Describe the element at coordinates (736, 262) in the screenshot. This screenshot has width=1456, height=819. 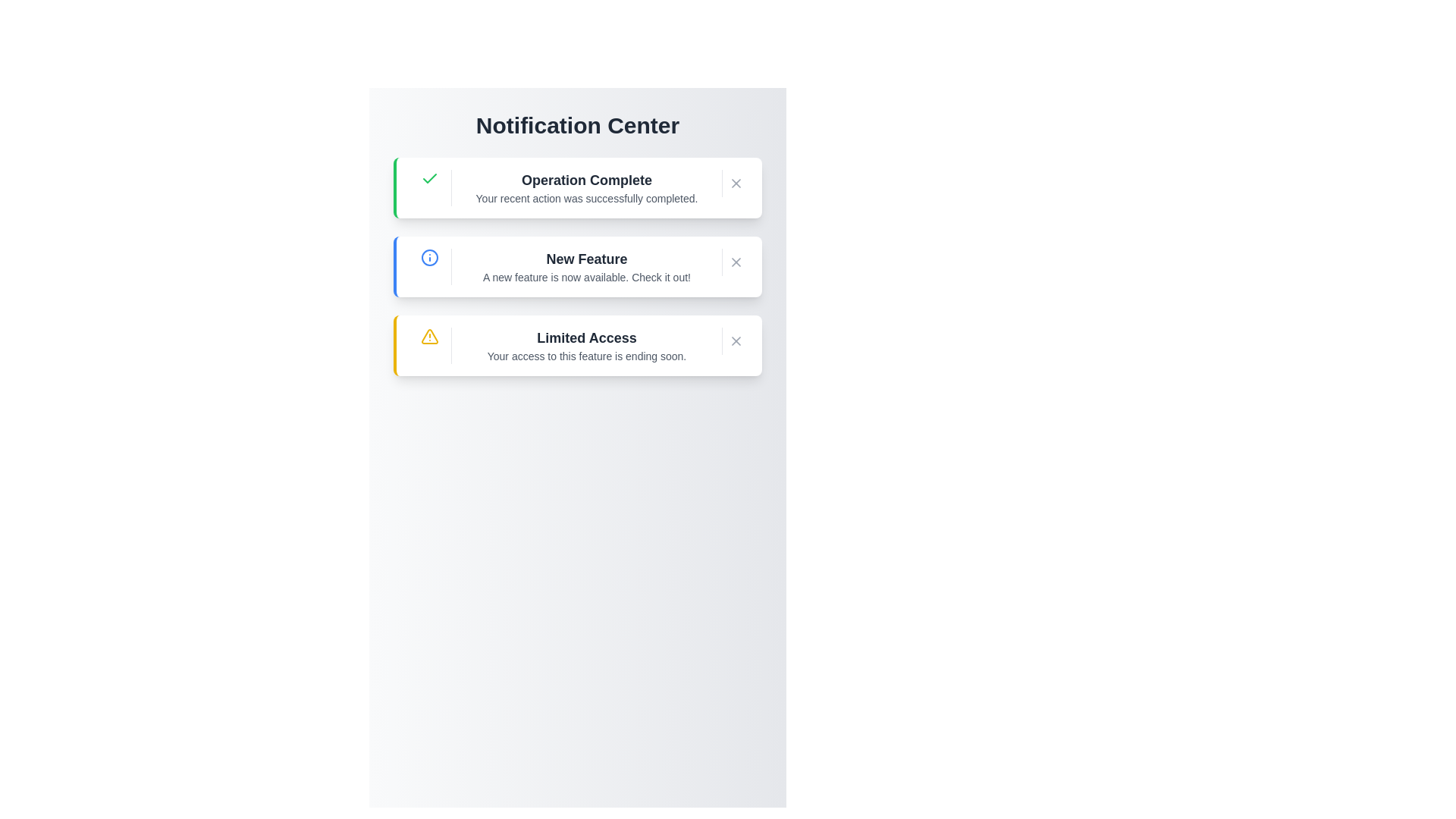
I see `the small 'X' icon button in the top-right corner of the 'New Feature' notification card` at that location.